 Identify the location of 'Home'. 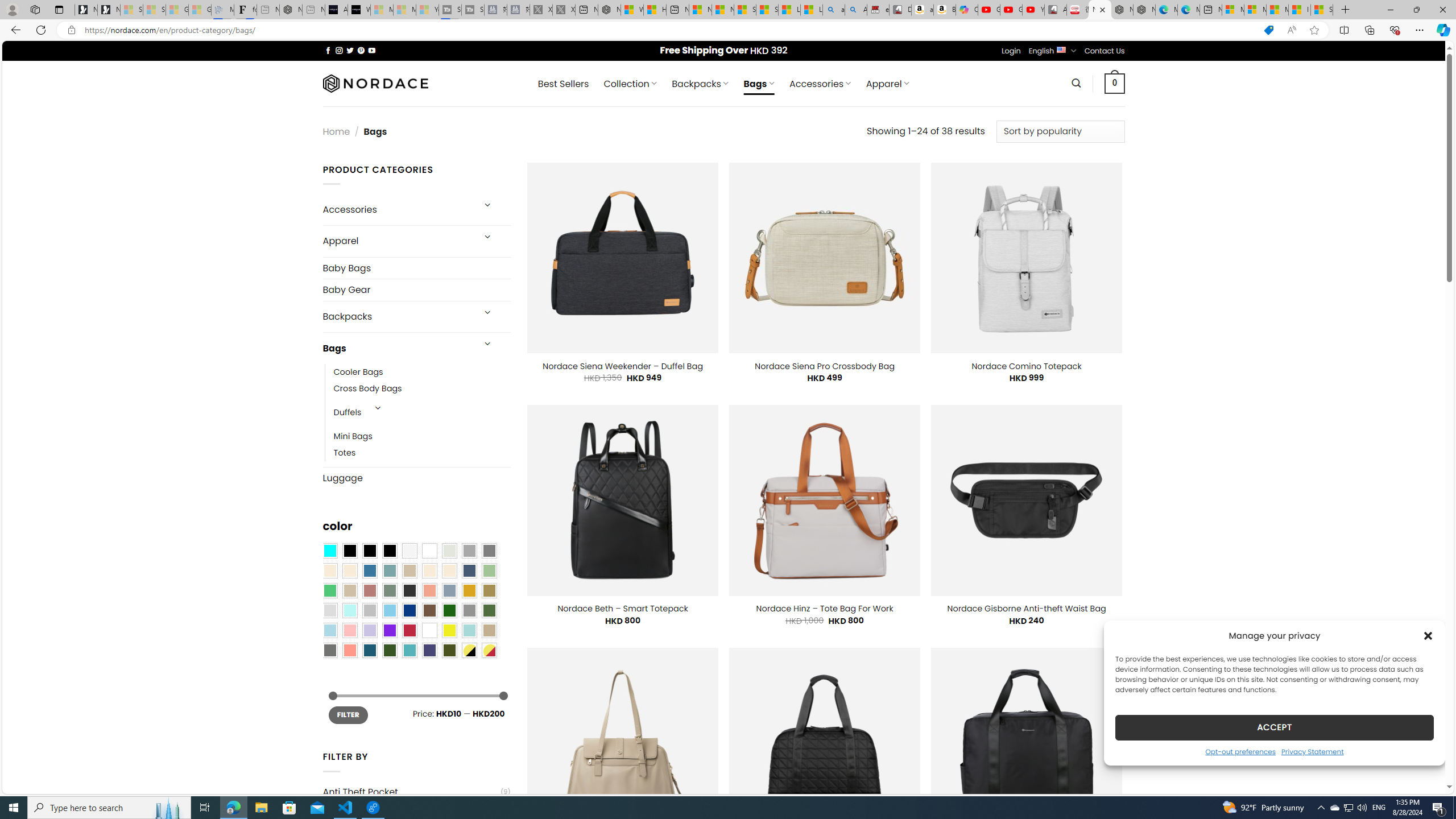
(336, 131).